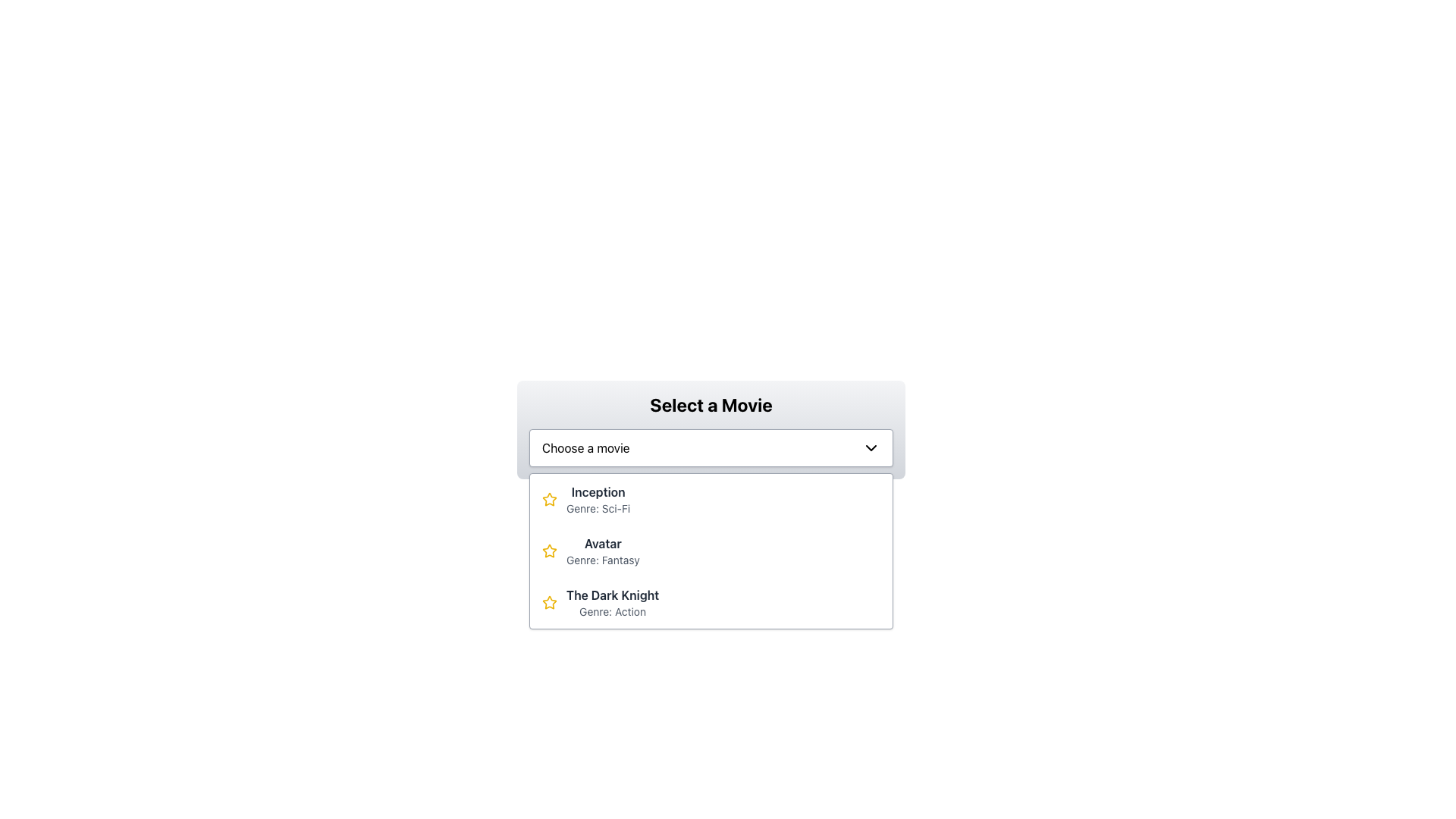  What do you see at coordinates (613, 610) in the screenshot?
I see `the text label displaying 'Genre: Action', which is styled in gray and located below 'The Dark Knight' in the dropdown menu of movie listings` at bounding box center [613, 610].